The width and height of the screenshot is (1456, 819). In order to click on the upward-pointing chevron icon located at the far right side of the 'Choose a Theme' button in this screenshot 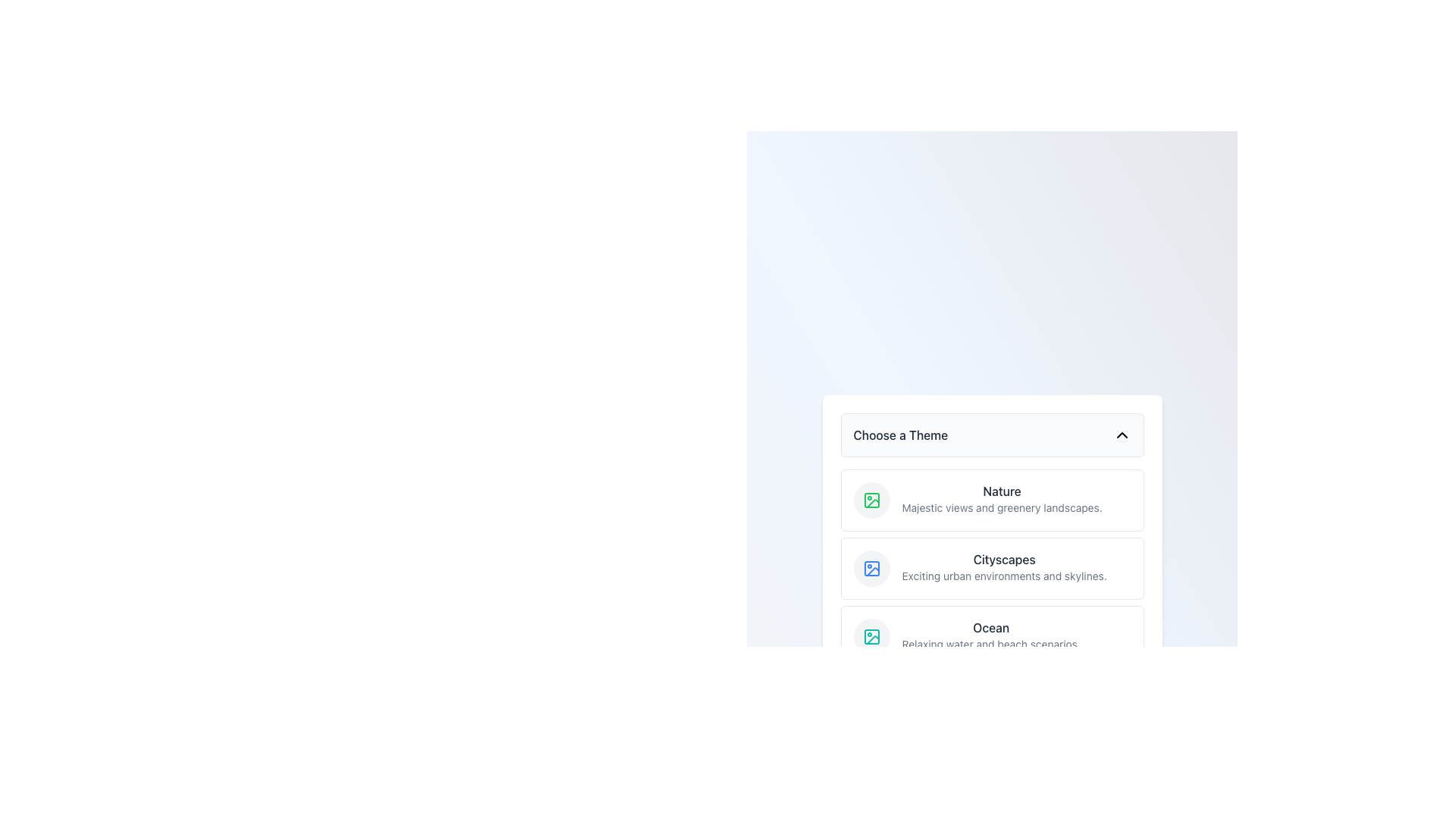, I will do `click(1122, 435)`.